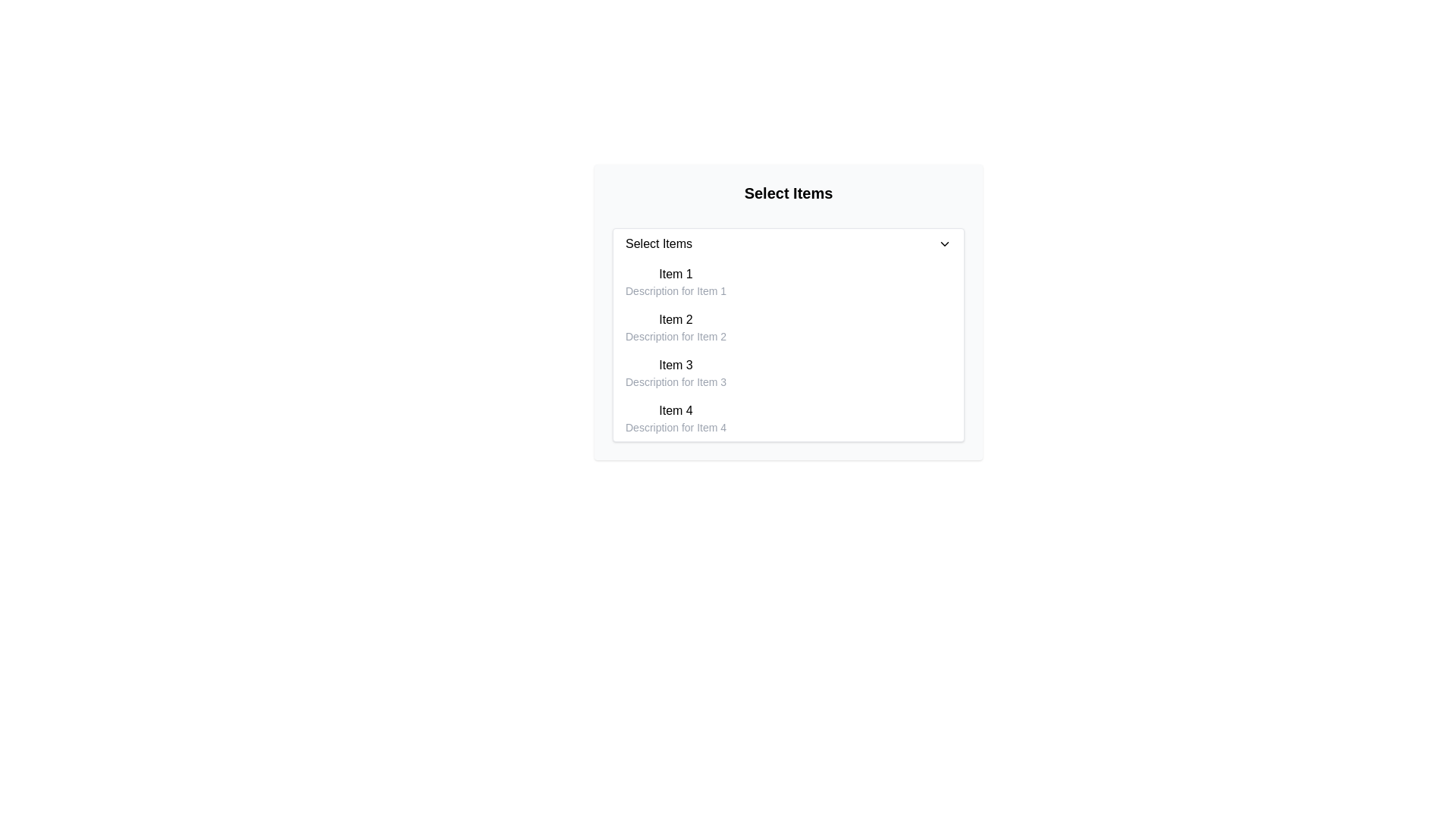 This screenshot has width=1456, height=819. I want to click on the third list item in the 'Select Items' dropdown, which displays an option with both a title and a description, located between 'Item 2' and 'Item 4', so click(789, 373).